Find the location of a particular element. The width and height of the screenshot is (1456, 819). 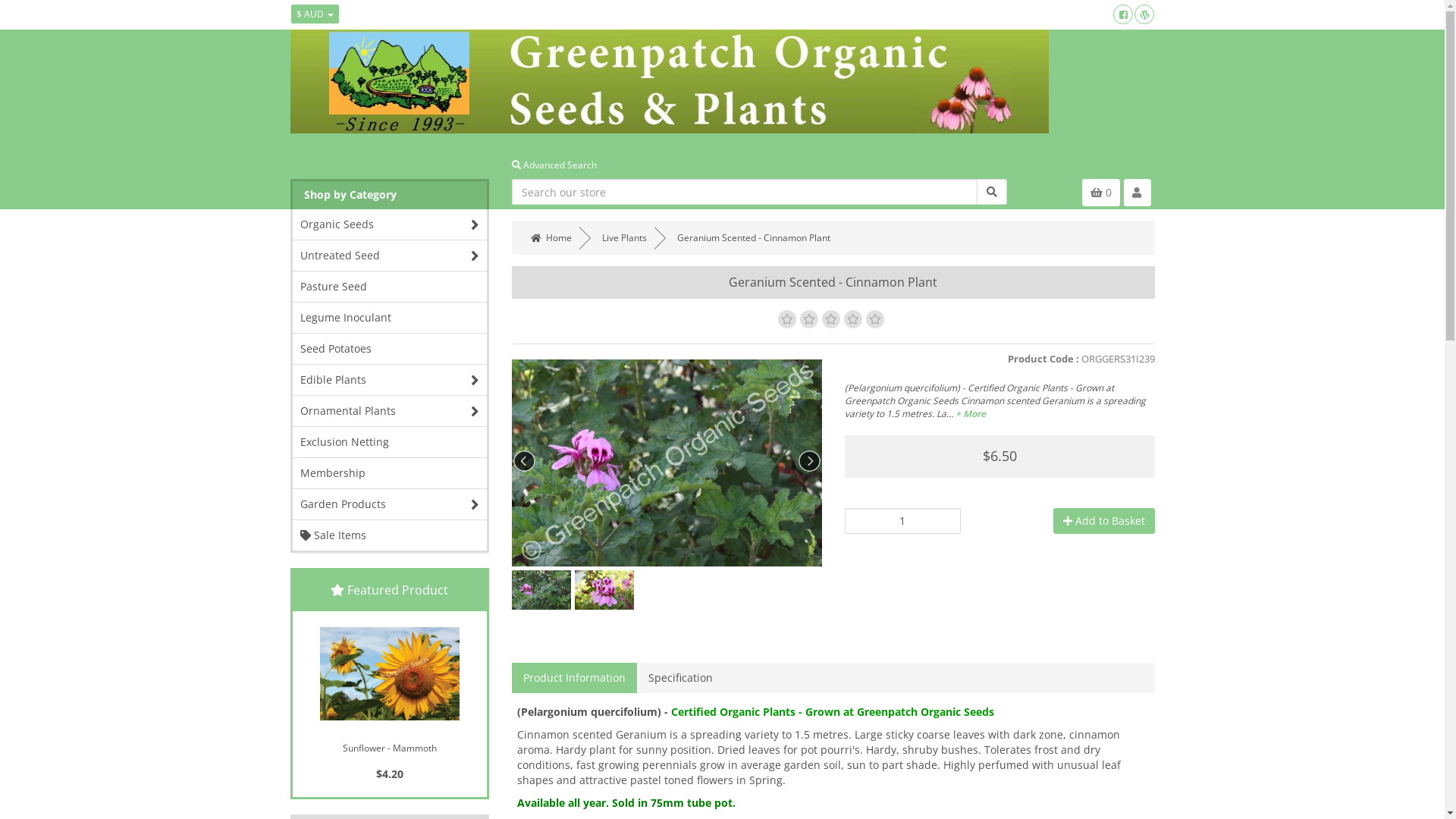

'Seed Potatoes' is located at coordinates (292, 348).